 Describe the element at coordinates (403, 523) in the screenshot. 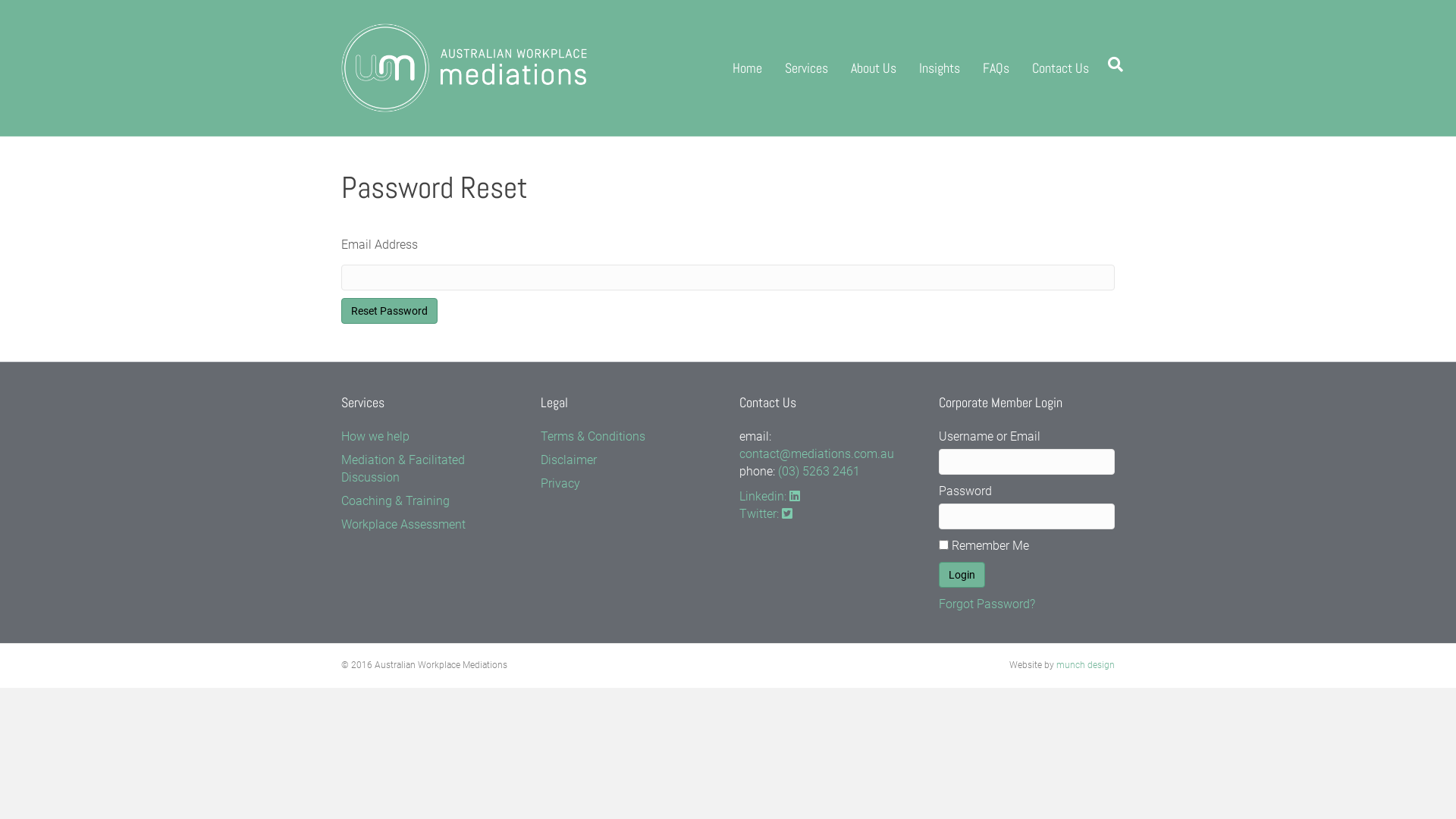

I see `'Workplace Assessment'` at that location.